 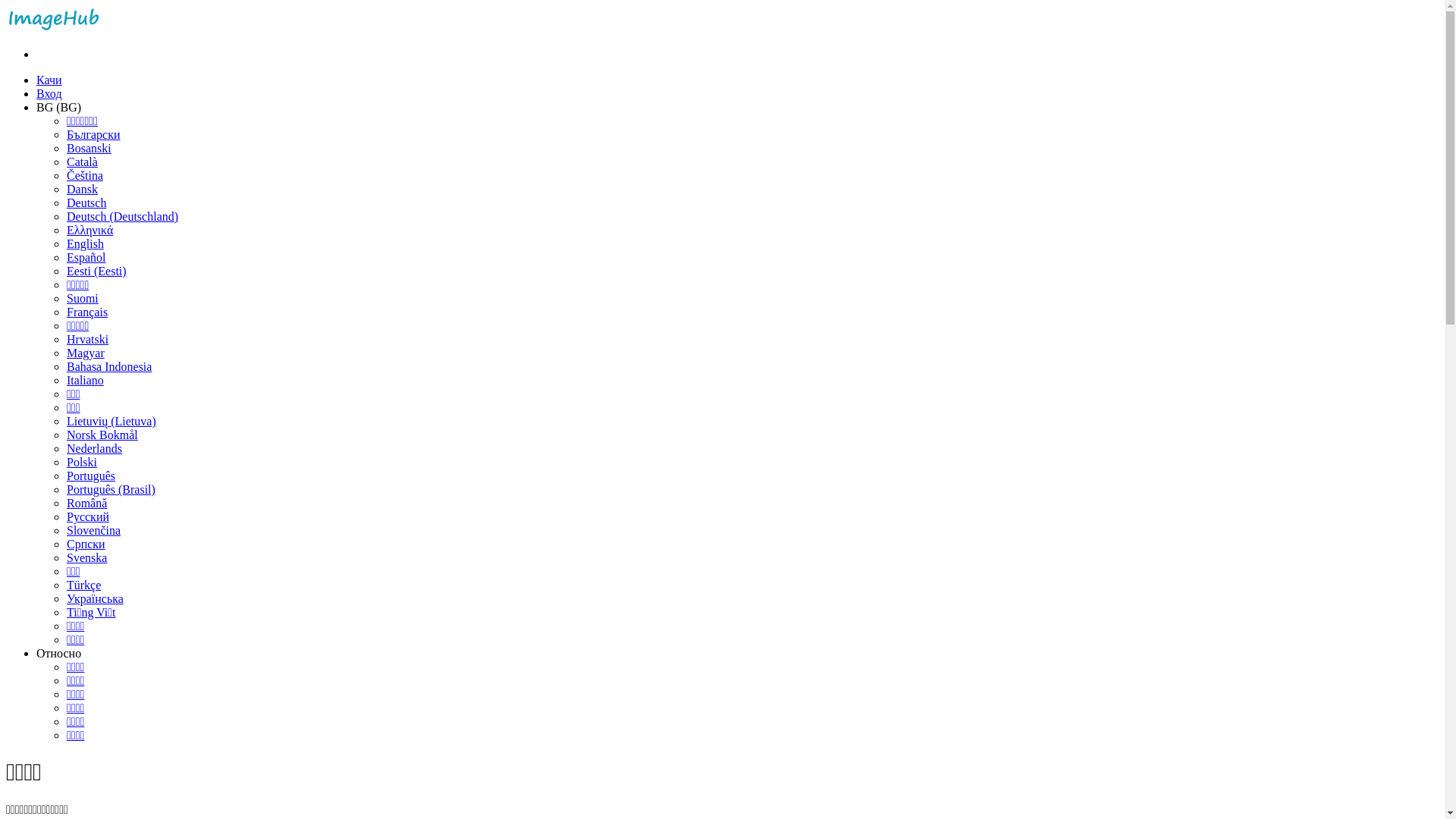 What do you see at coordinates (80, 461) in the screenshot?
I see `'Polski'` at bounding box center [80, 461].